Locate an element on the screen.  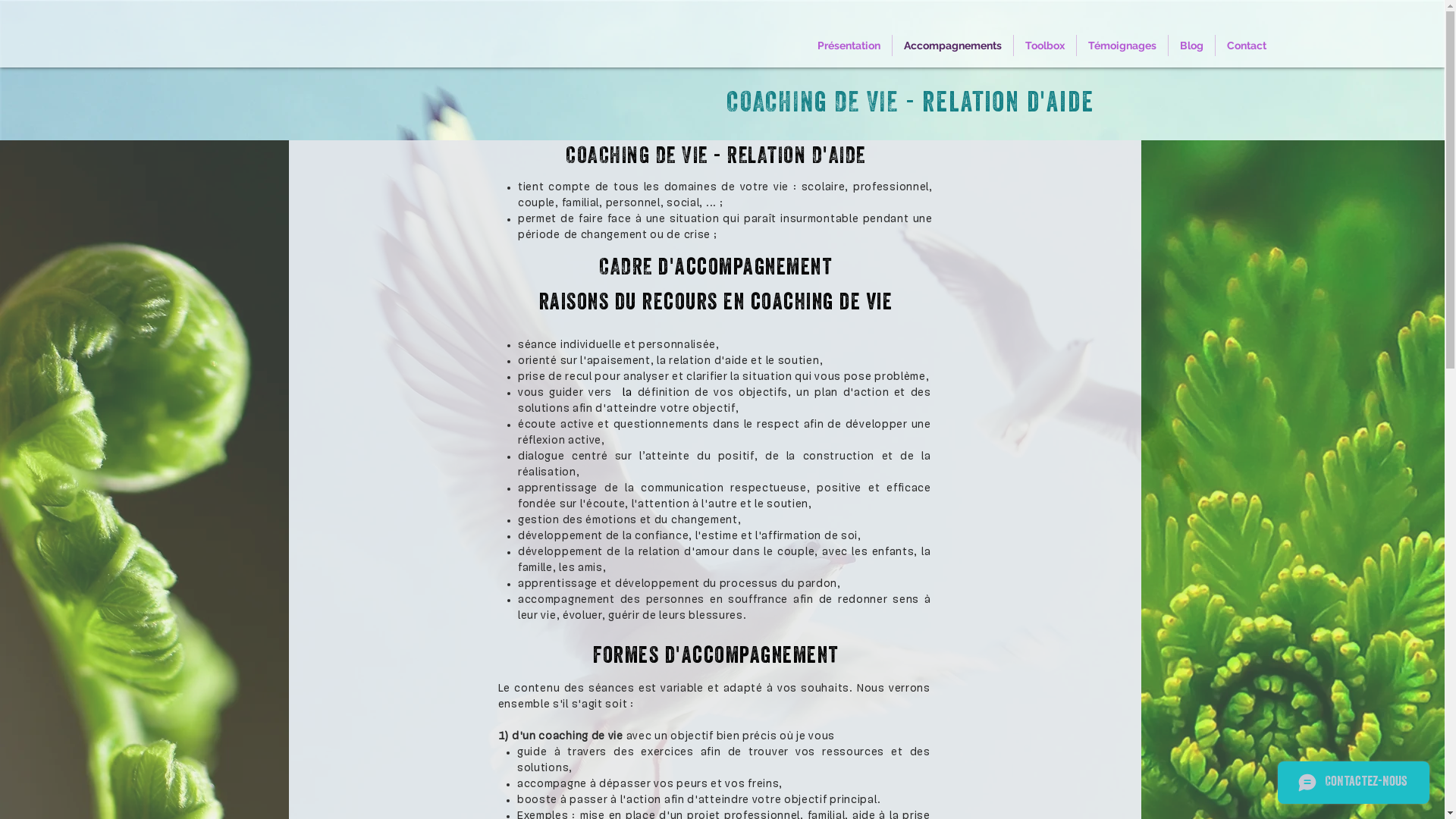
'Accompagnements' is located at coordinates (952, 45).